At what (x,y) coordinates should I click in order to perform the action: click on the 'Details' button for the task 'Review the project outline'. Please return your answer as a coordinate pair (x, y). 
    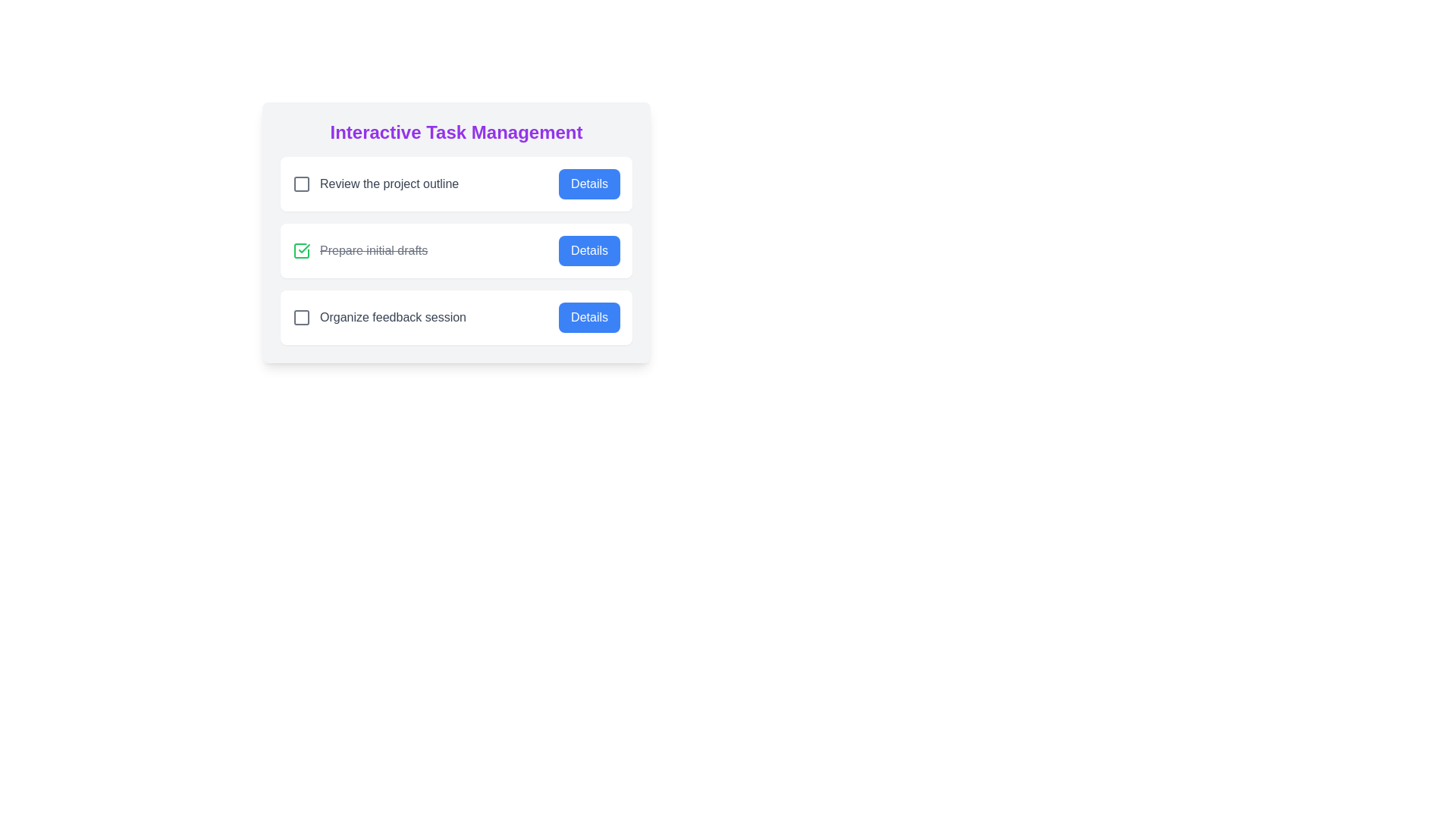
    Looking at the image, I should click on (588, 184).